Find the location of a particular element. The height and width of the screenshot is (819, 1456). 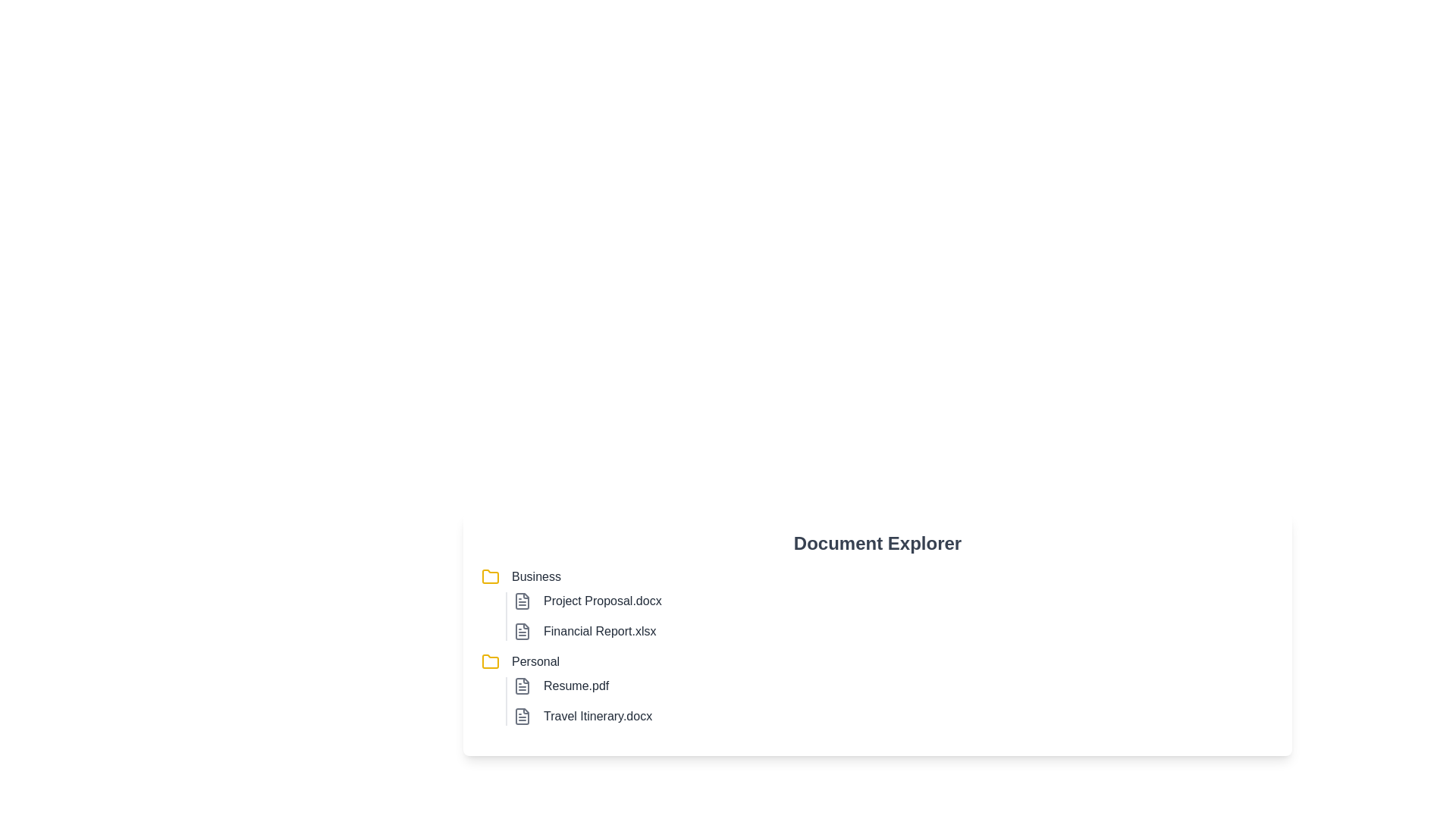

text 'Business' from the text label in the document explorer interface, which is the third element in a horizontal alignment of three elements is located at coordinates (536, 576).